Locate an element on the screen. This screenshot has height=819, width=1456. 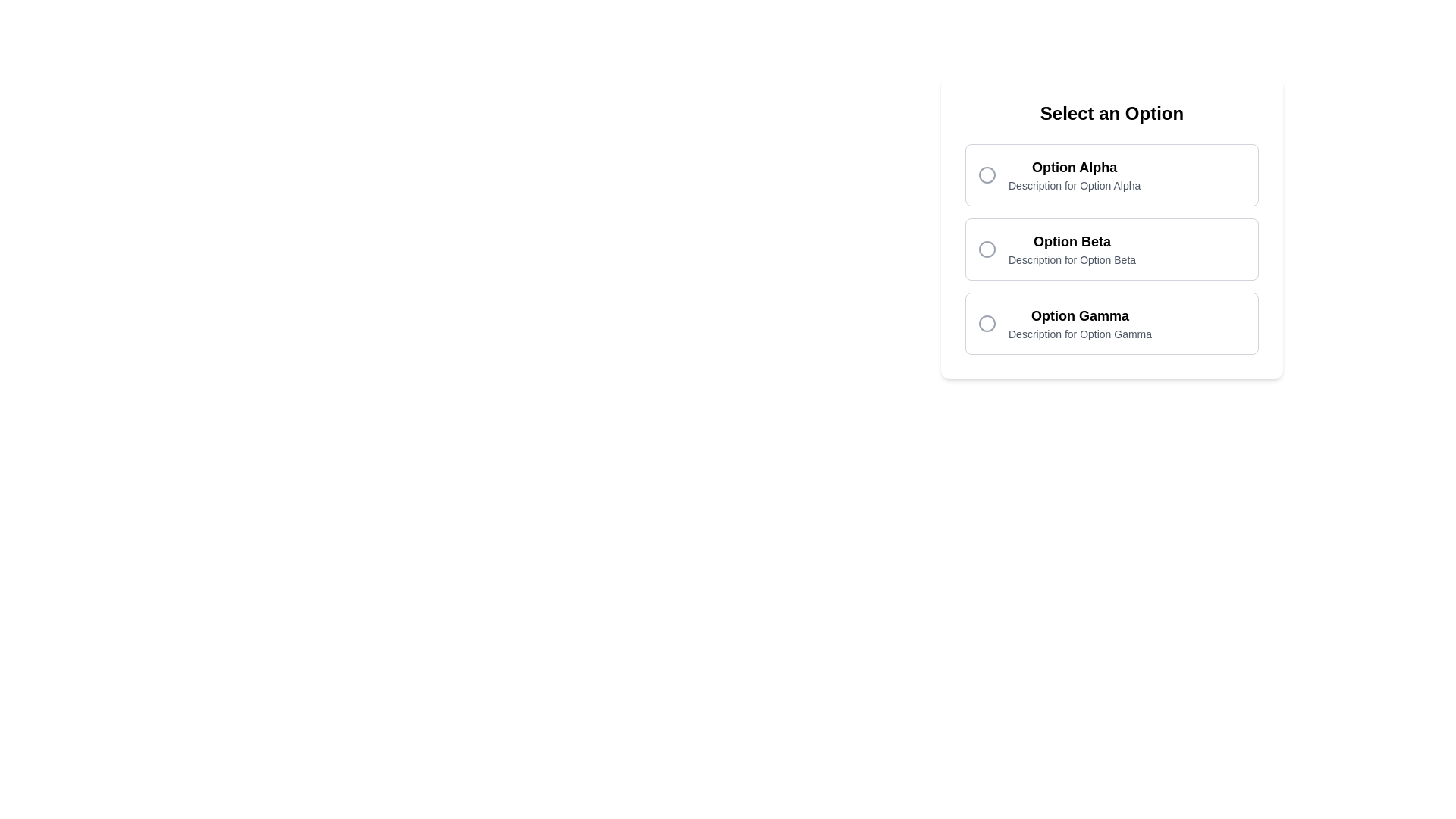
the 'Option Alpha' radio button to navigate via keyboard is located at coordinates (1112, 174).